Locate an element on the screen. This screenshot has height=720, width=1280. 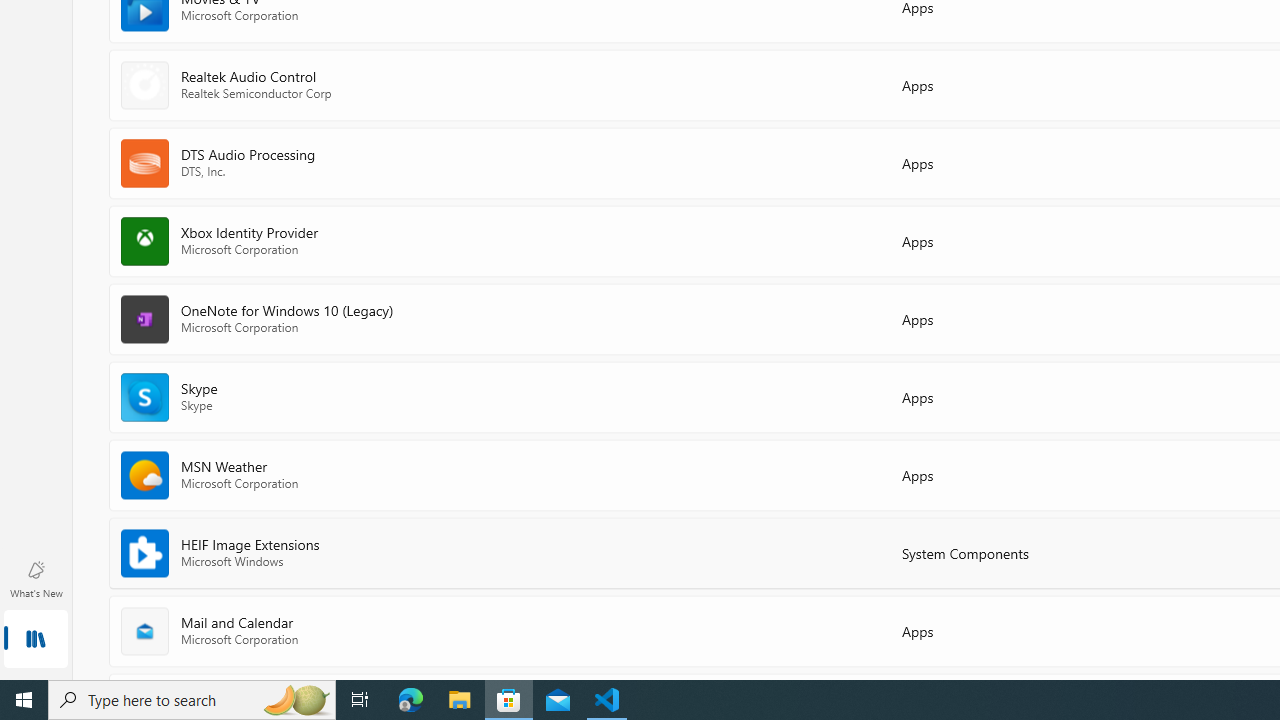
'What' is located at coordinates (35, 578).